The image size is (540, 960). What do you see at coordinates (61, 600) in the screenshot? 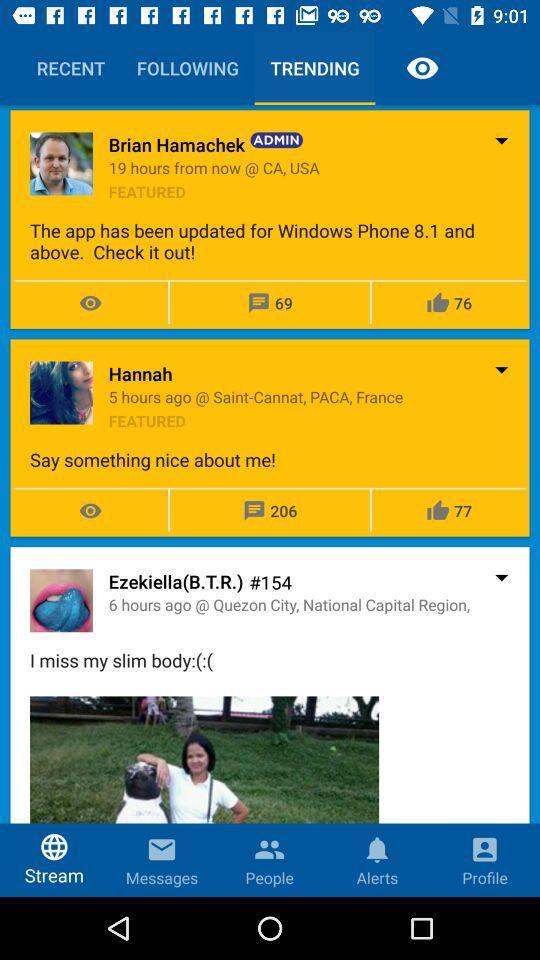
I see `move to image which is left tom the ezekiellabtr154` at bounding box center [61, 600].